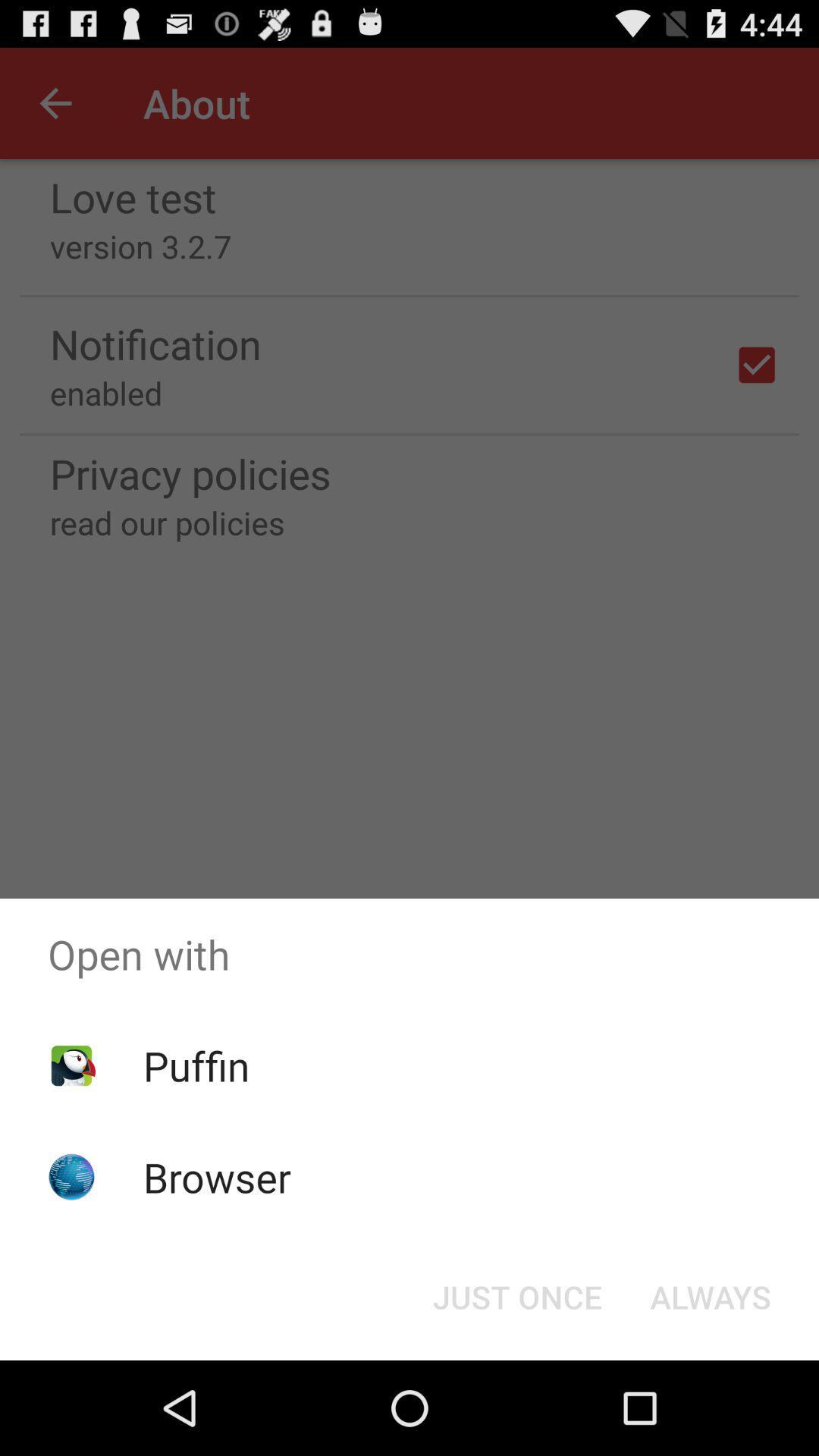  I want to click on the icon above browser item, so click(196, 1065).